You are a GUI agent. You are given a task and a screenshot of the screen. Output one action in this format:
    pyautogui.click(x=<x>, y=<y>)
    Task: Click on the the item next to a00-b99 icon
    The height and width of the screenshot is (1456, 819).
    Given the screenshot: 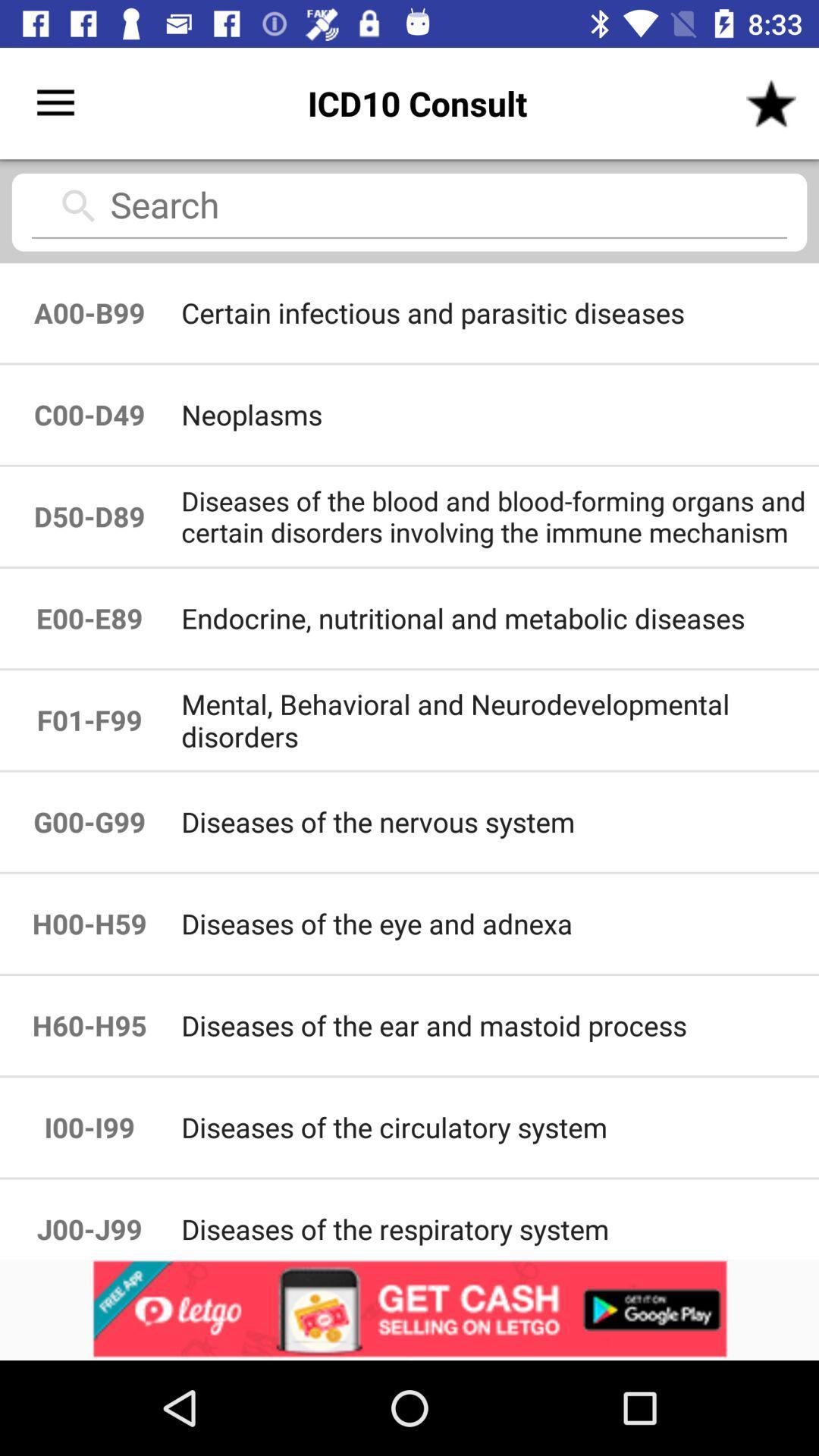 What is the action you would take?
    pyautogui.click(x=499, y=415)
    